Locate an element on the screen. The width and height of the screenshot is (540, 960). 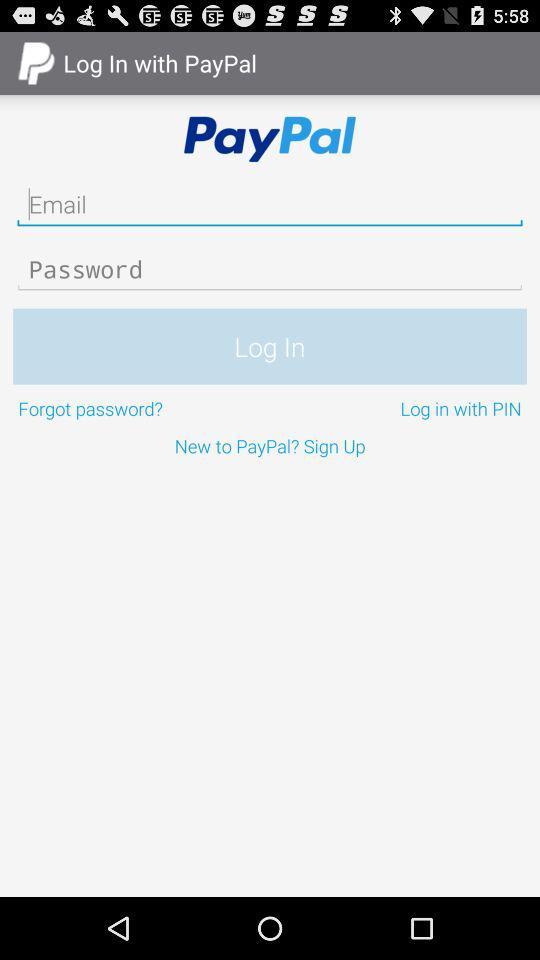
item above new to paypal app is located at coordinates (140, 407).